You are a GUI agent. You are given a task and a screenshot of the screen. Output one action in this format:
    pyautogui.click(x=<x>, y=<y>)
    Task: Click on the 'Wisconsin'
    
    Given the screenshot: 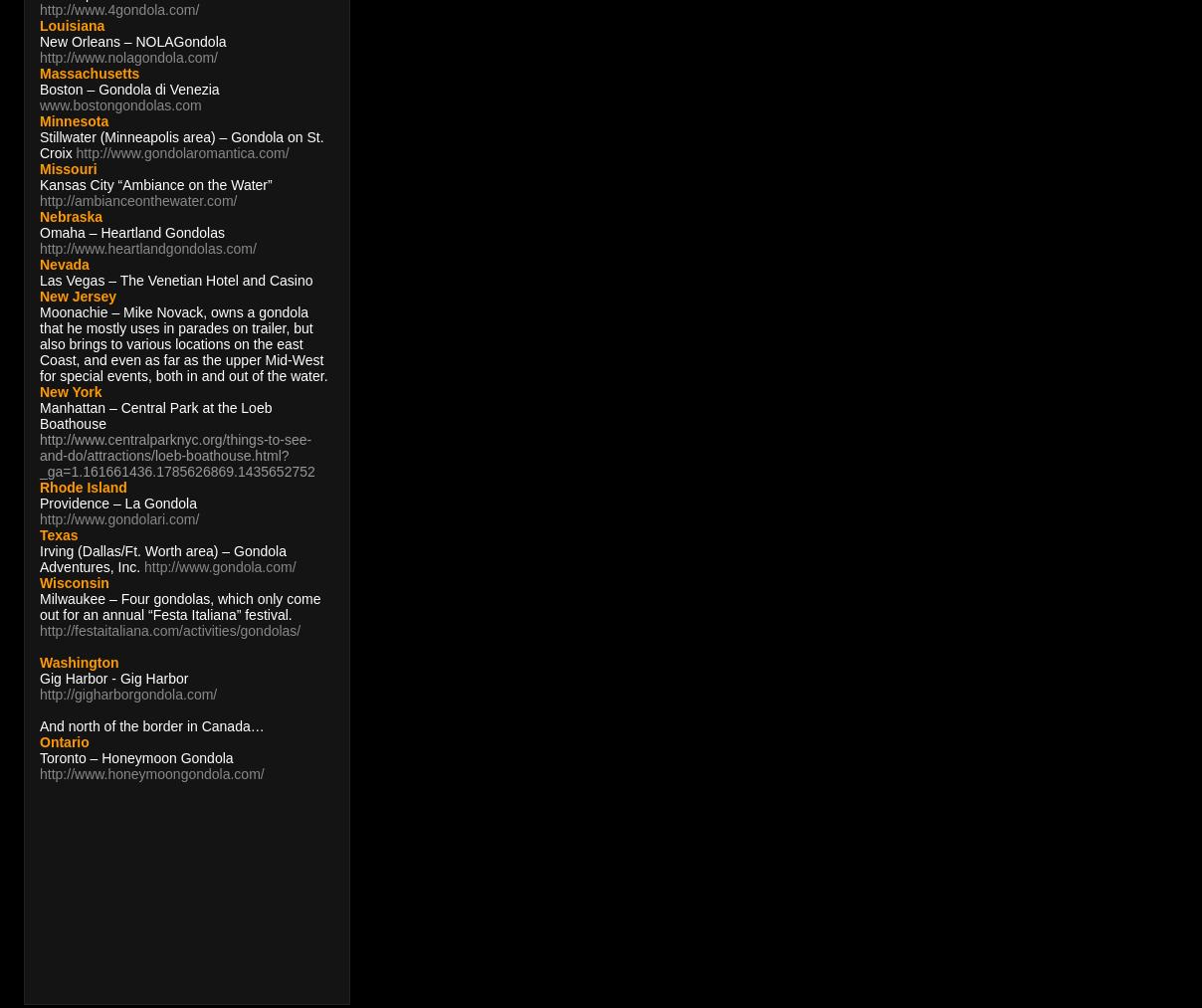 What is the action you would take?
    pyautogui.click(x=73, y=583)
    